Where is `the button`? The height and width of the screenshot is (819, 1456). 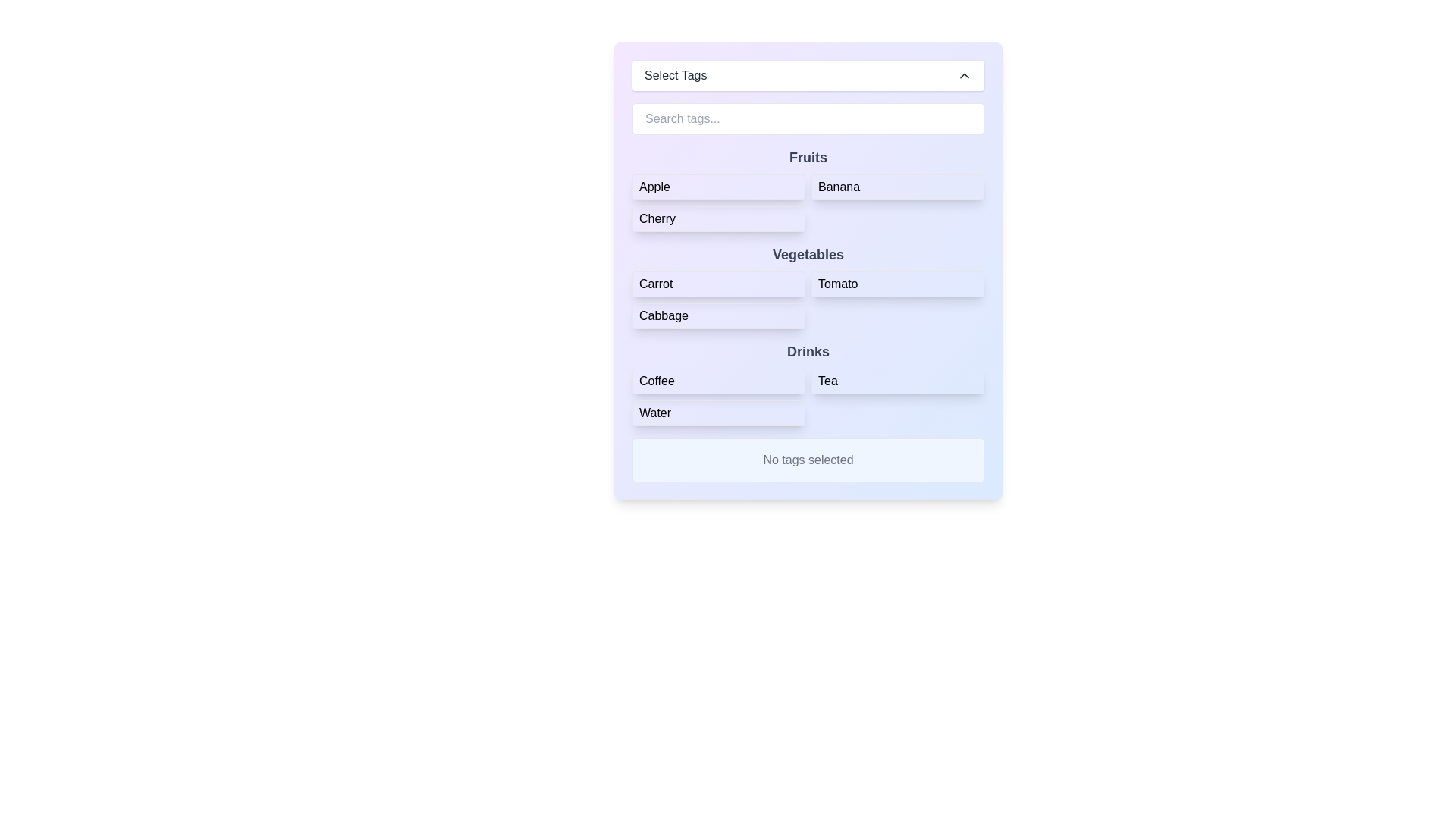 the button is located at coordinates (898, 186).